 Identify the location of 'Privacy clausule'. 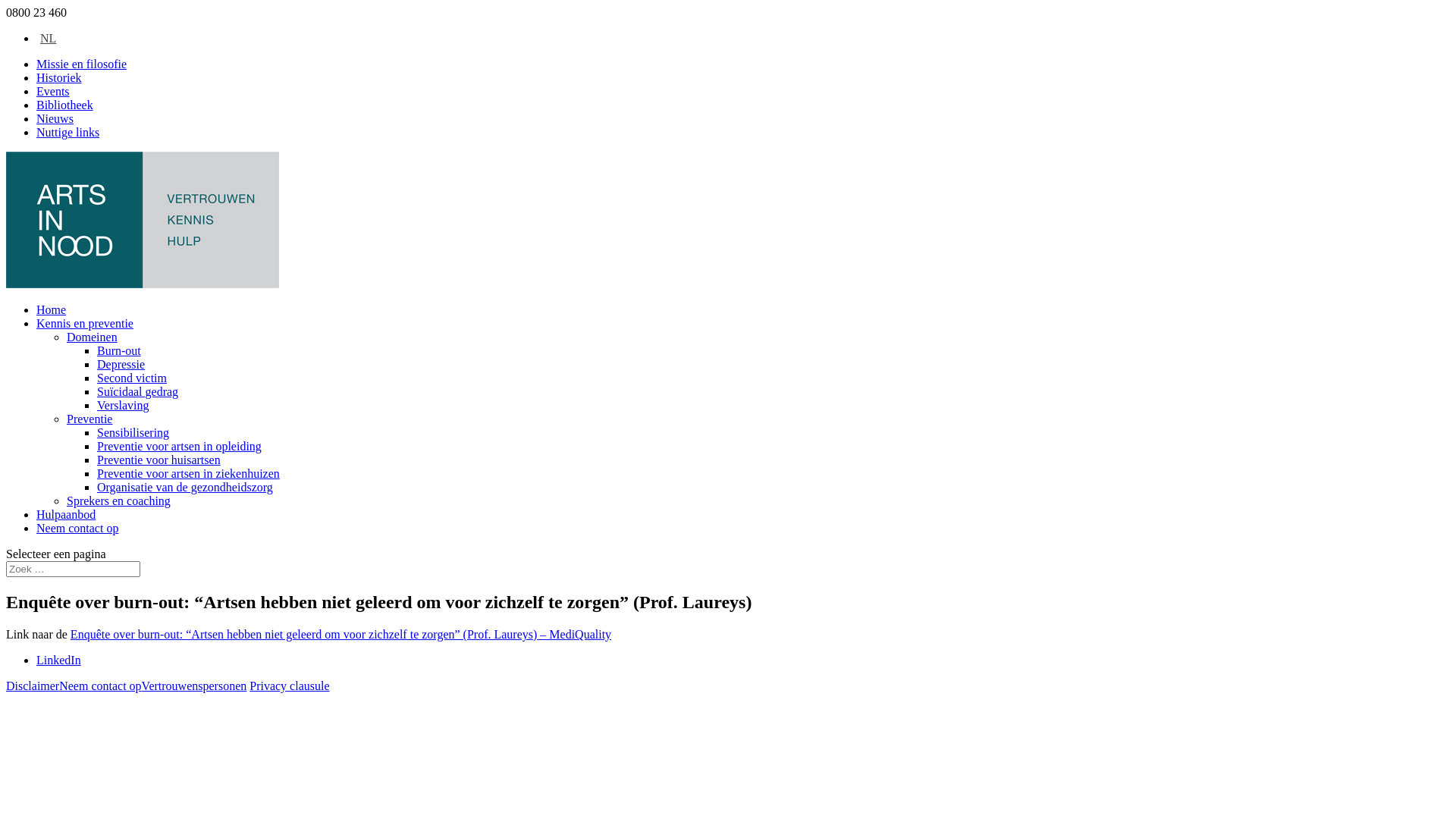
(289, 686).